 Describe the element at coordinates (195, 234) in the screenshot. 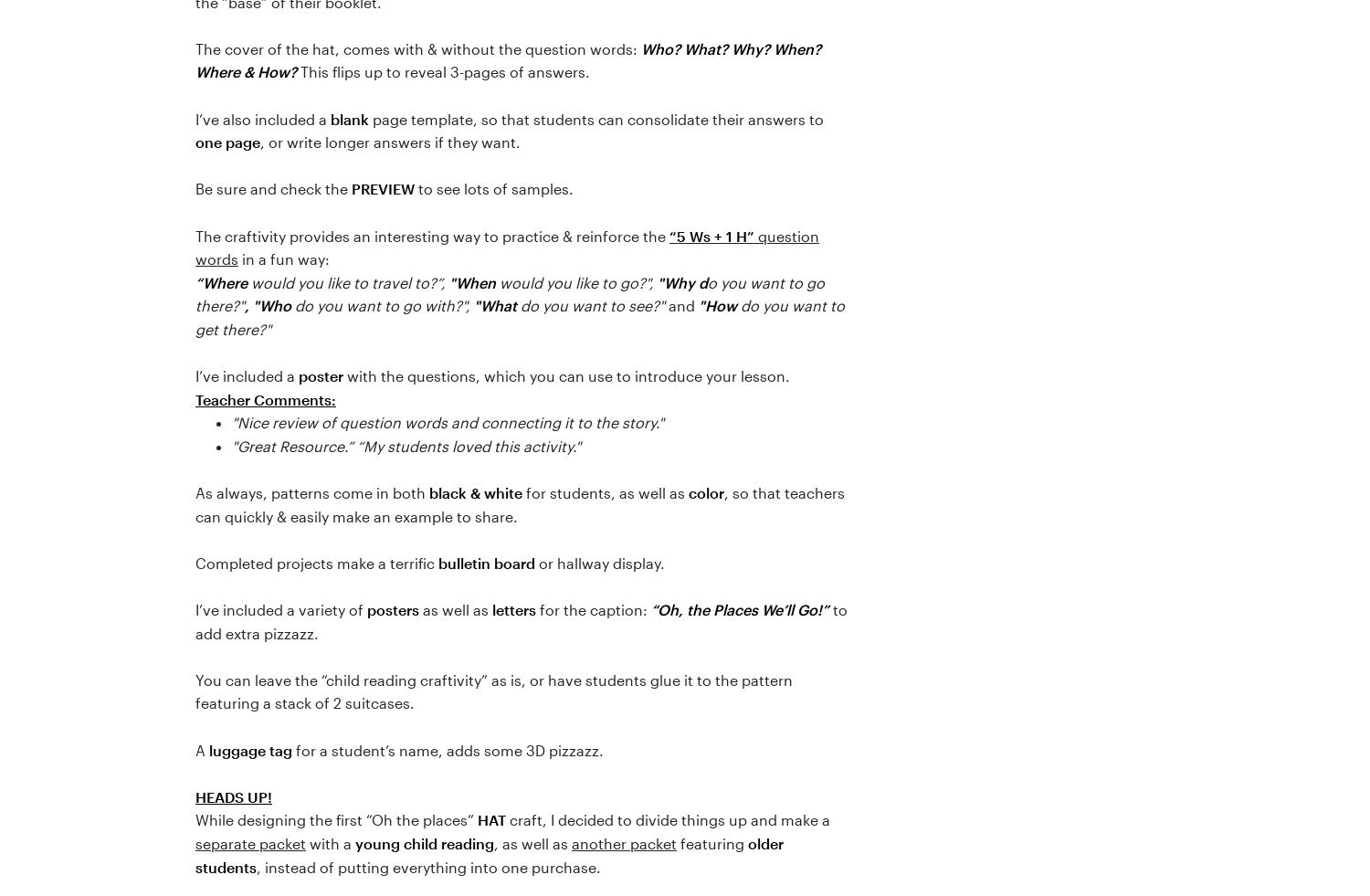

I see `'The craftivity provides an interesting way to practice & reinforce the'` at that location.